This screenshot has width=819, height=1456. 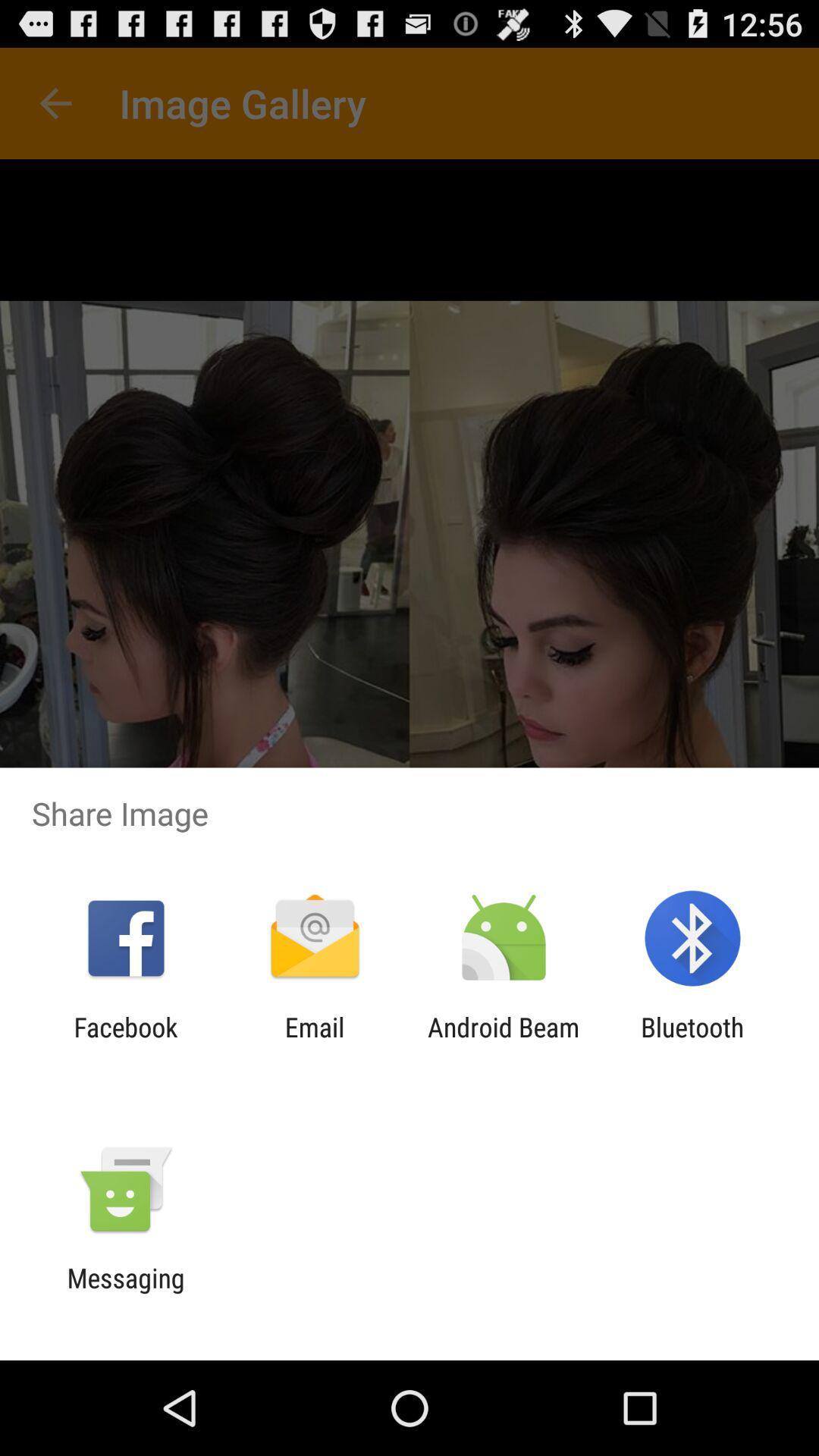 What do you see at coordinates (692, 1042) in the screenshot?
I see `bluetooth item` at bounding box center [692, 1042].